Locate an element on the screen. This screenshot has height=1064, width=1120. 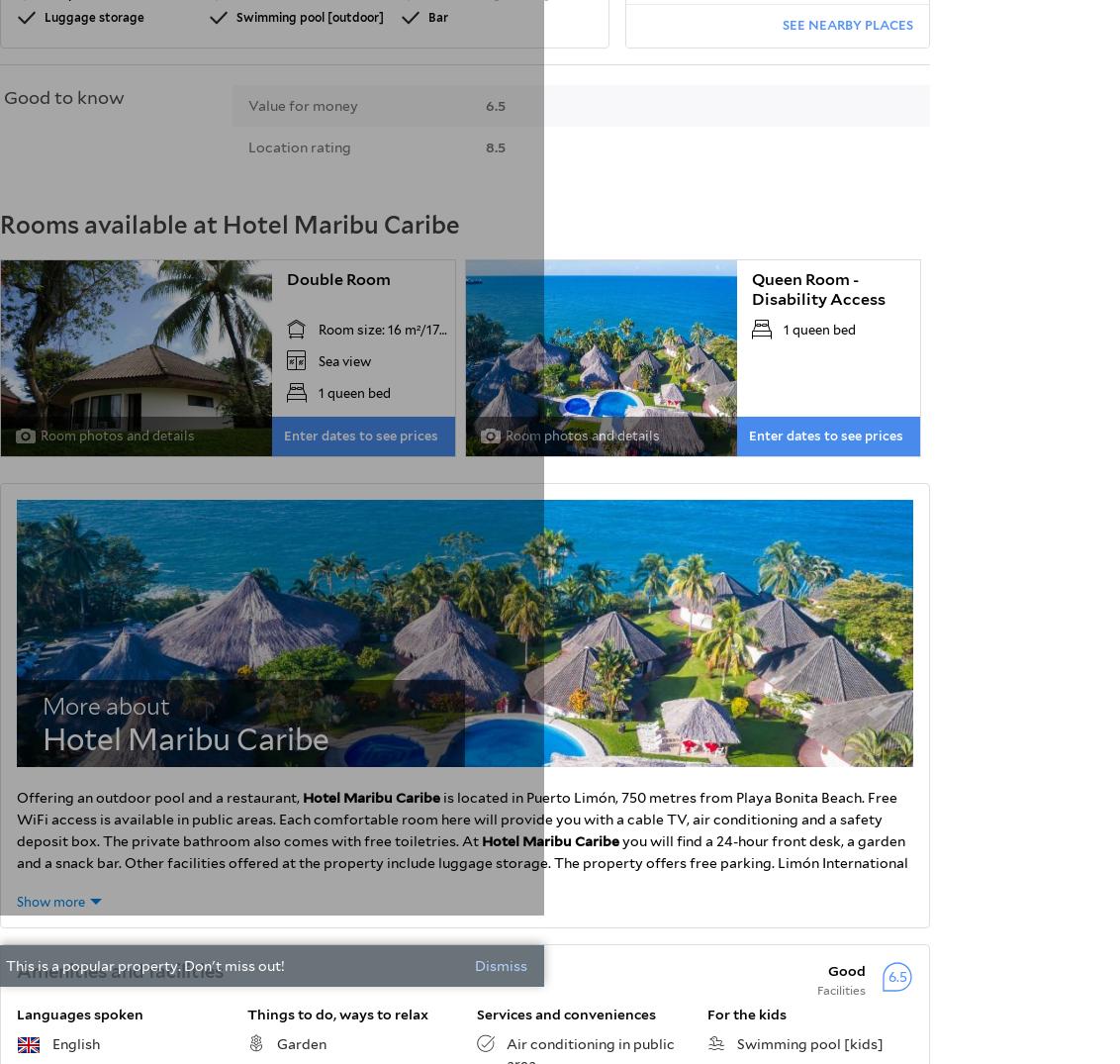
'118.9 km' is located at coordinates (875, 38).